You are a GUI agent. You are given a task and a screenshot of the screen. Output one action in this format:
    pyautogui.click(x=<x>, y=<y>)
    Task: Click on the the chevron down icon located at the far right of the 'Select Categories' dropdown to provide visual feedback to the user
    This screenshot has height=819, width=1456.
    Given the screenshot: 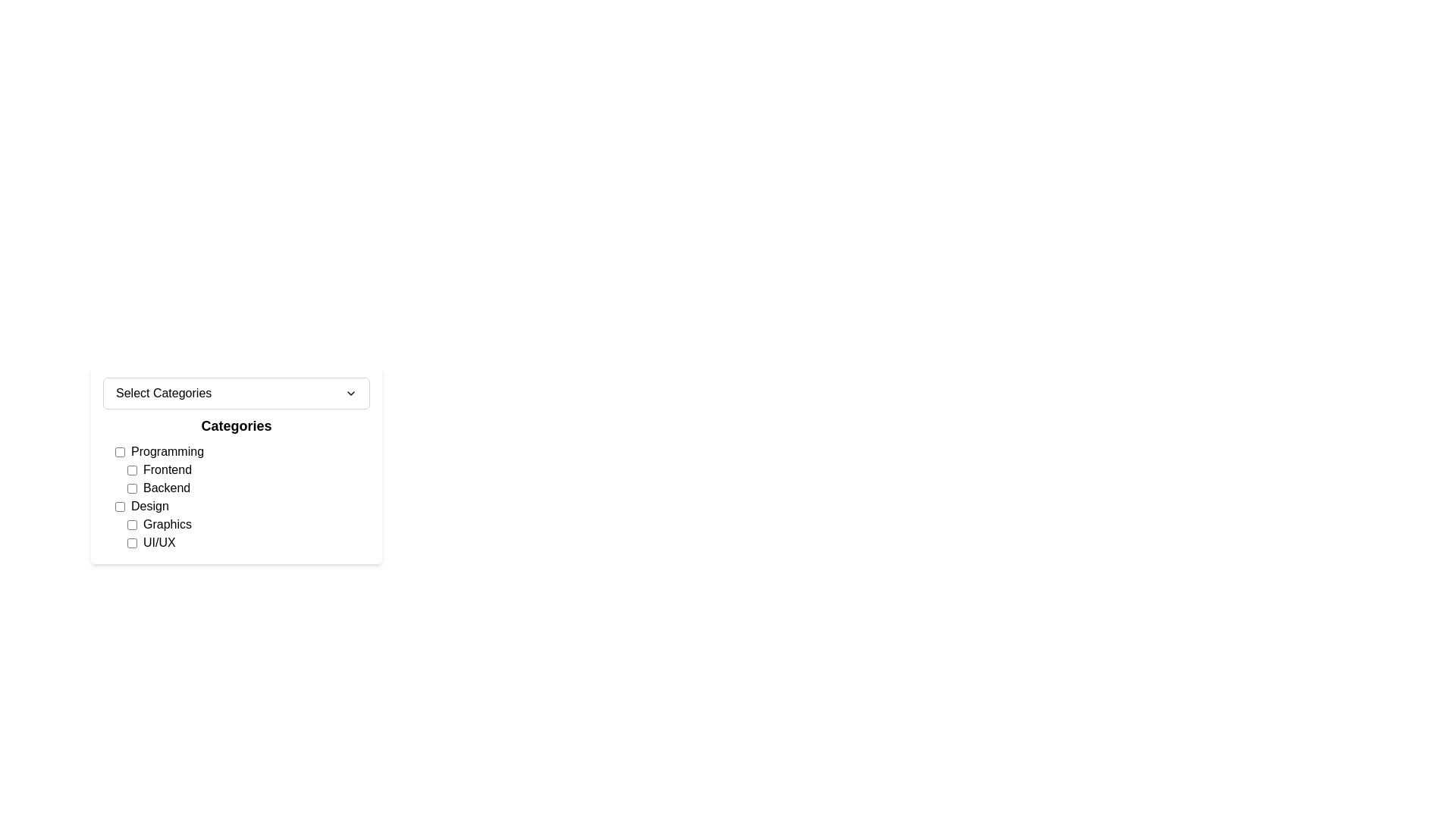 What is the action you would take?
    pyautogui.click(x=350, y=393)
    